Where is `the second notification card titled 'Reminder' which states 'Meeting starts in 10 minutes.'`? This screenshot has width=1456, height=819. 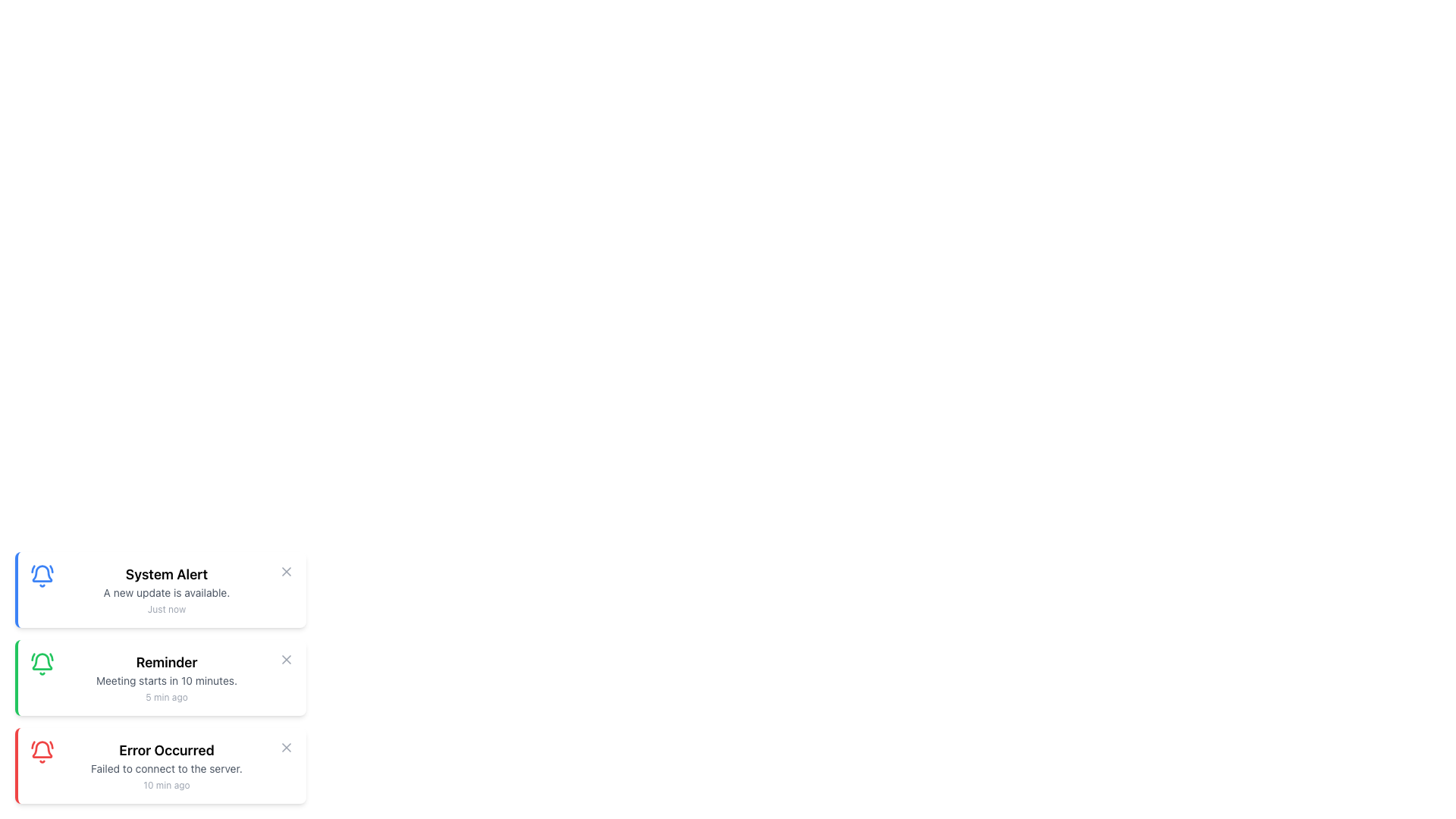 the second notification card titled 'Reminder' which states 'Meeting starts in 10 minutes.' is located at coordinates (160, 677).